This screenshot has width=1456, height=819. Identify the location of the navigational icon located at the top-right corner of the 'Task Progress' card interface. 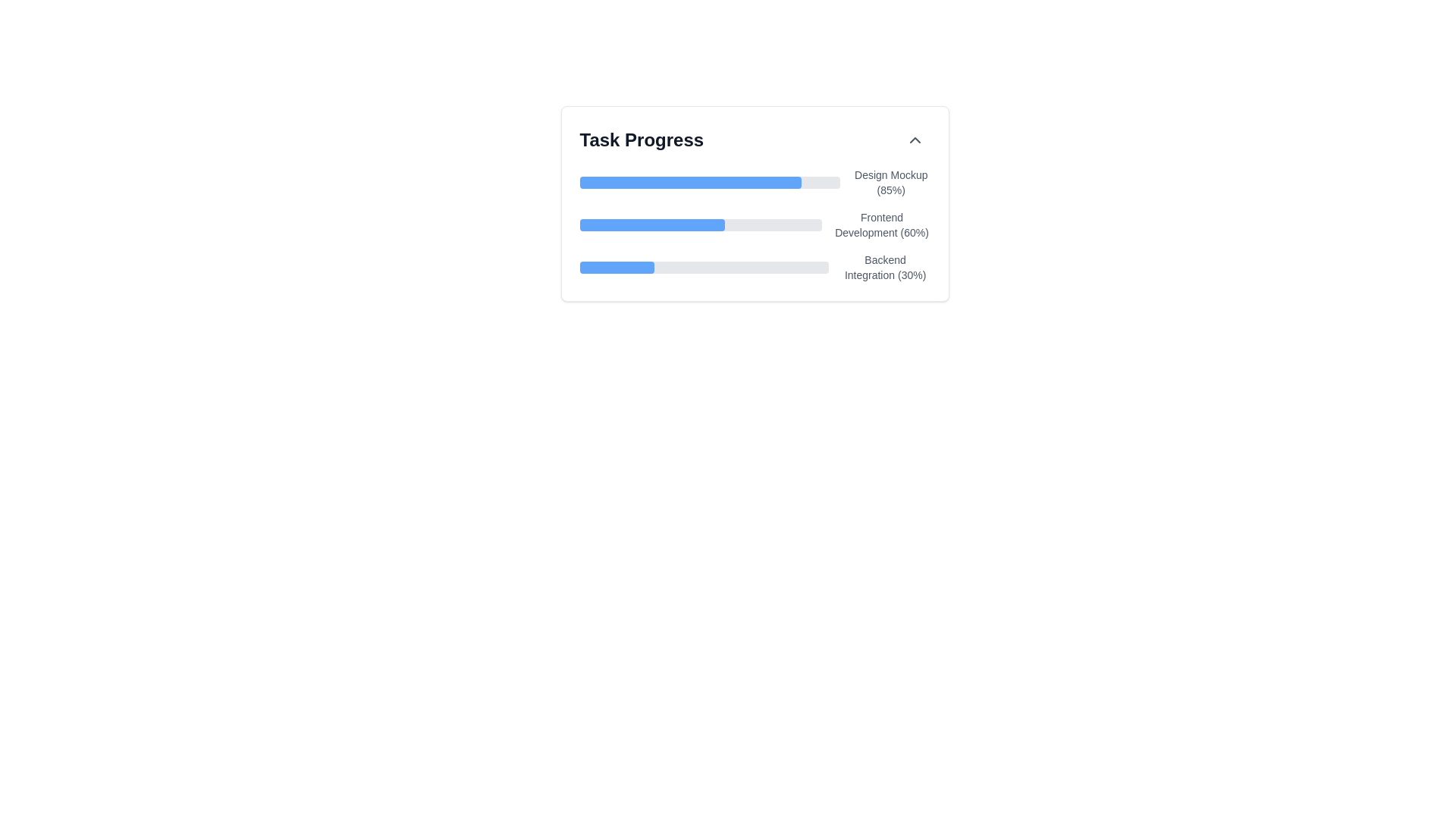
(914, 140).